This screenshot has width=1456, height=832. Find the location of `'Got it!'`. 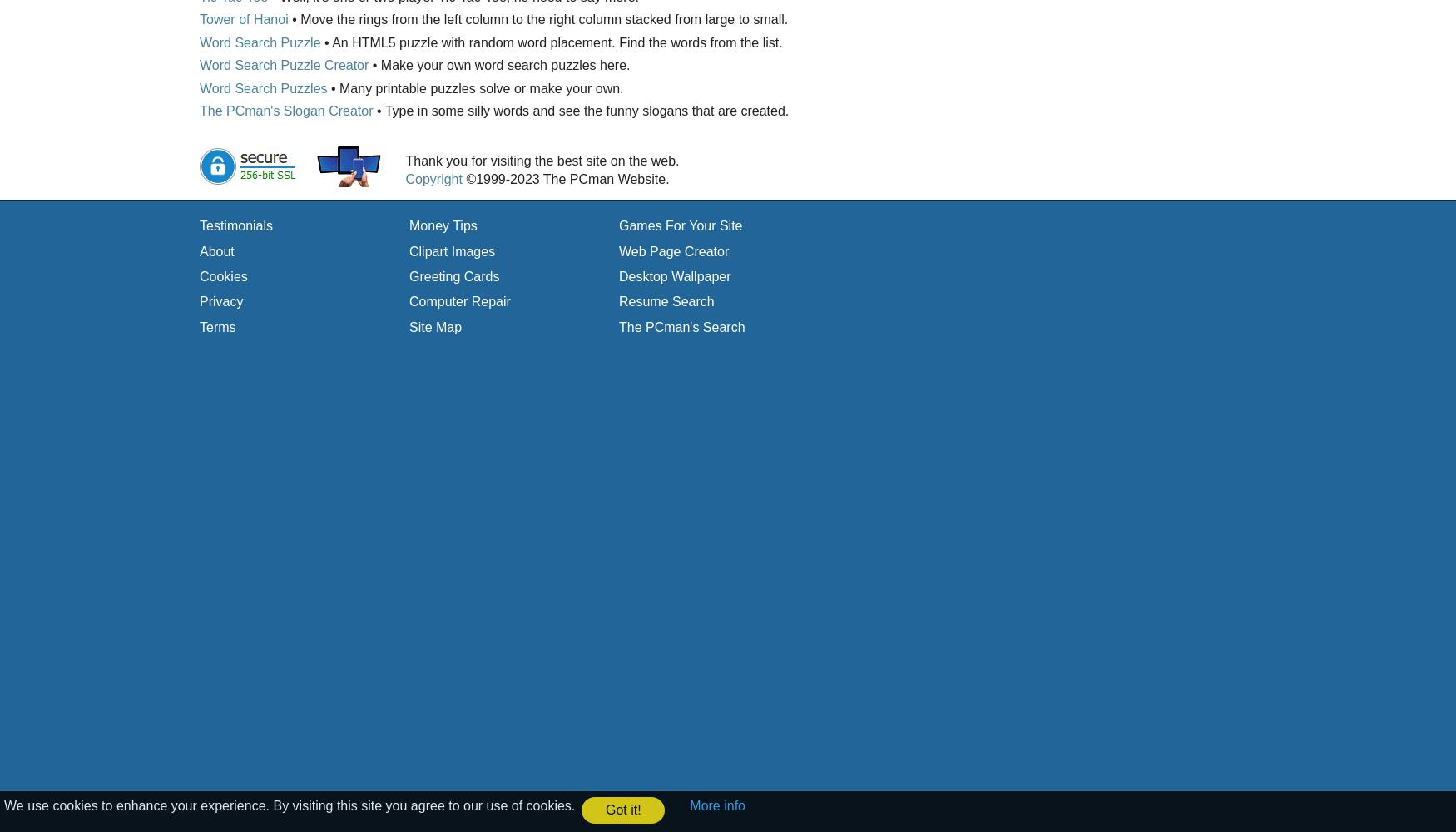

'Got it!' is located at coordinates (604, 808).